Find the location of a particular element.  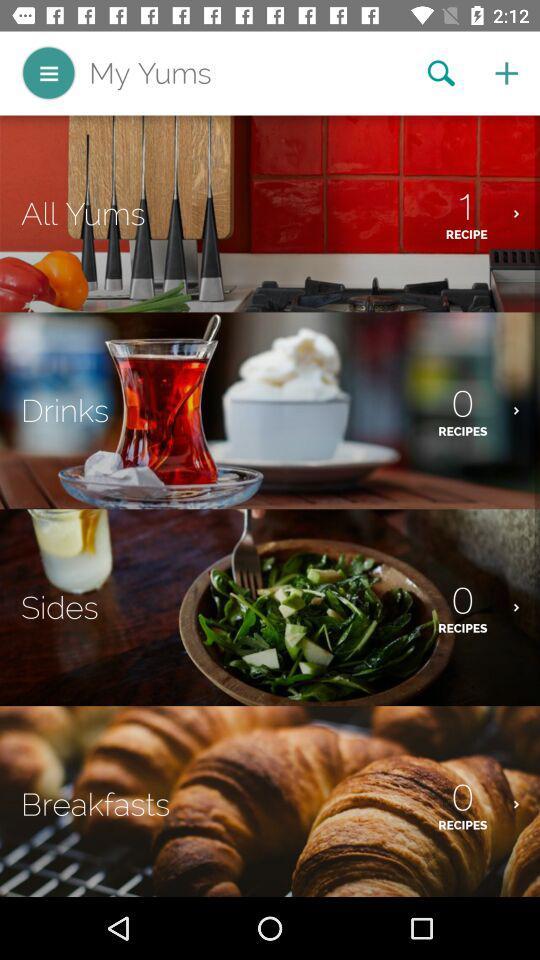

text that reads drinks is located at coordinates (65, 409).